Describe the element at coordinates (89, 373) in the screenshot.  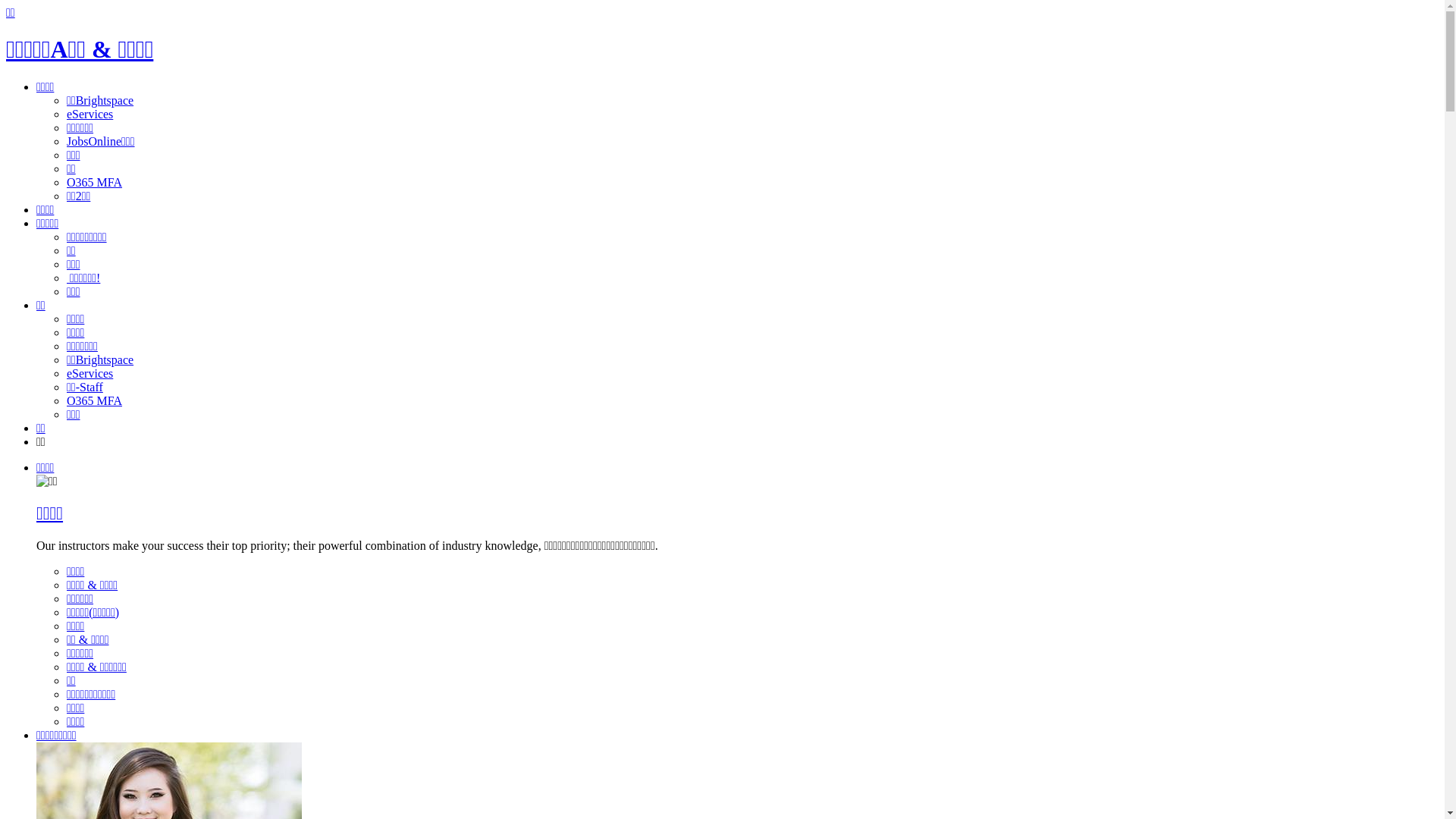
I see `'eServices'` at that location.